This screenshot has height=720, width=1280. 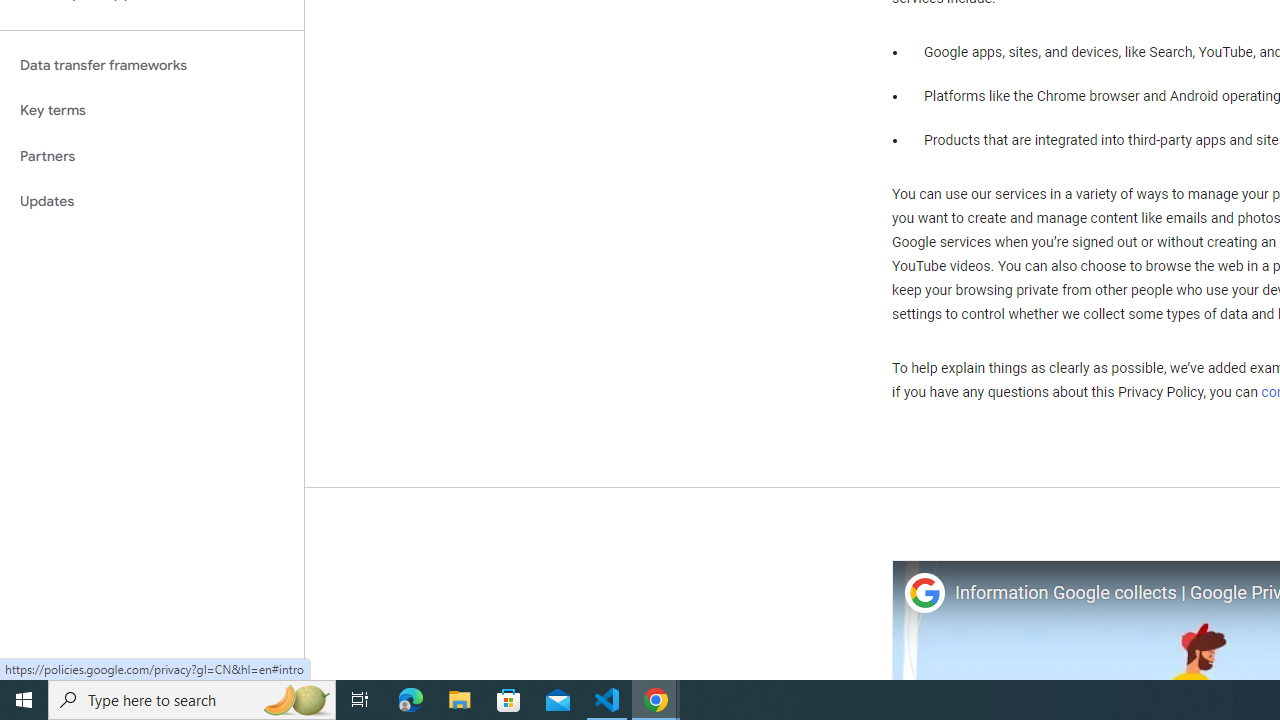 What do you see at coordinates (151, 201) in the screenshot?
I see `'Updates'` at bounding box center [151, 201].